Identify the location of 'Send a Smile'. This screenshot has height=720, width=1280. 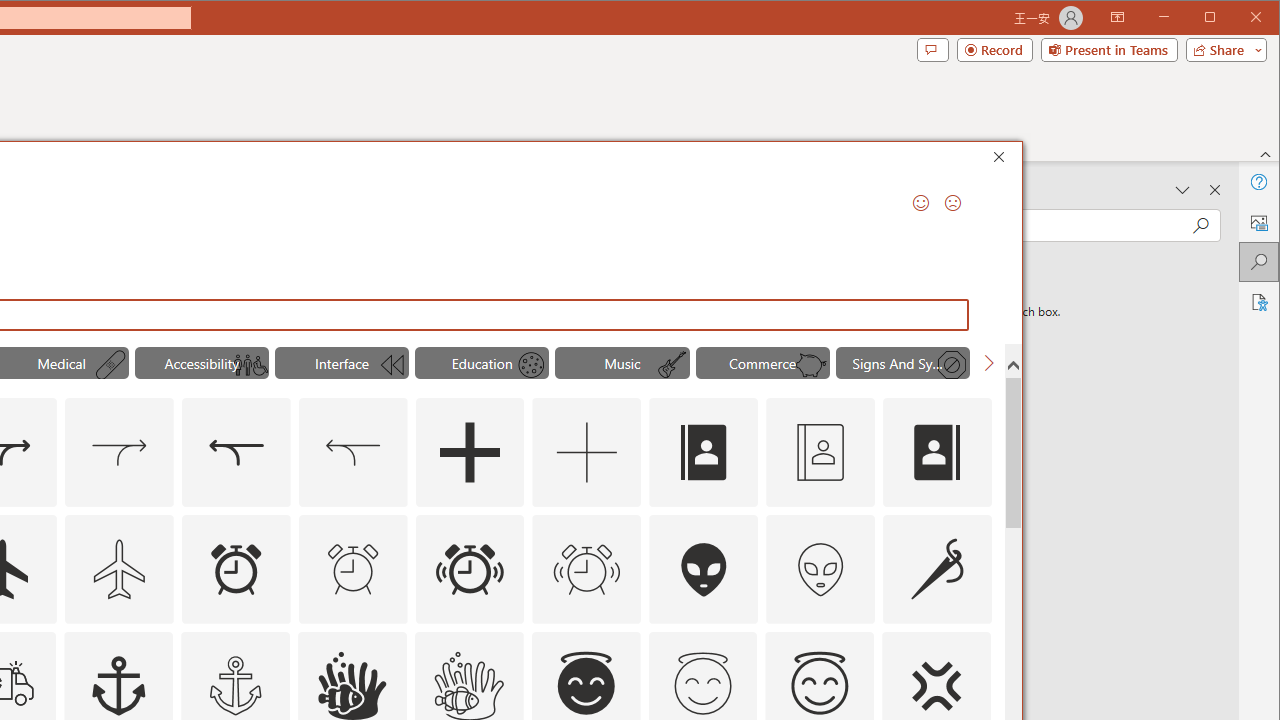
(919, 203).